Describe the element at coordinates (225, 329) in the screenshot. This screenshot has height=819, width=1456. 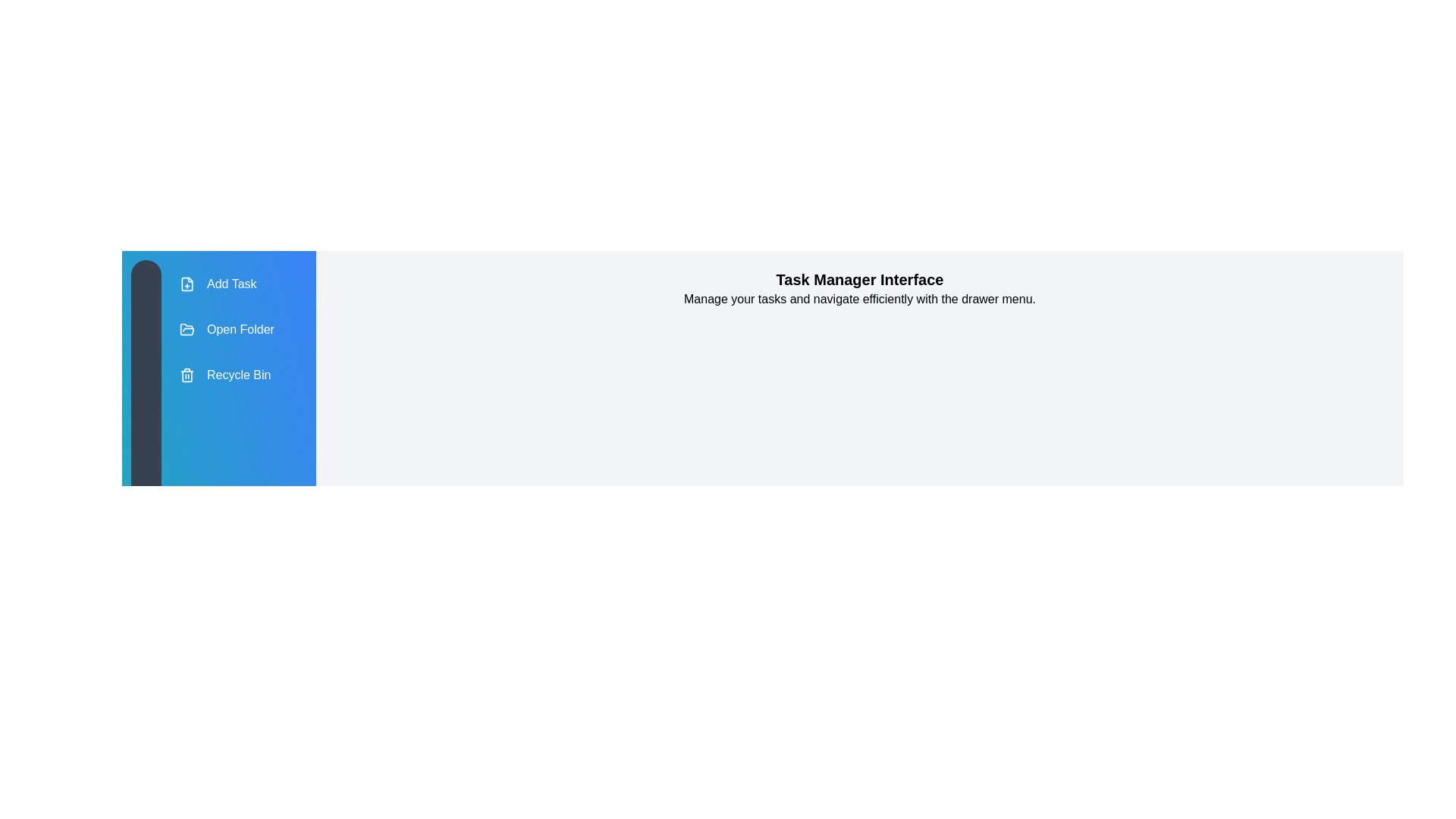
I see `the 'Open Folder' menu item in the TaskManagerDrawer` at that location.